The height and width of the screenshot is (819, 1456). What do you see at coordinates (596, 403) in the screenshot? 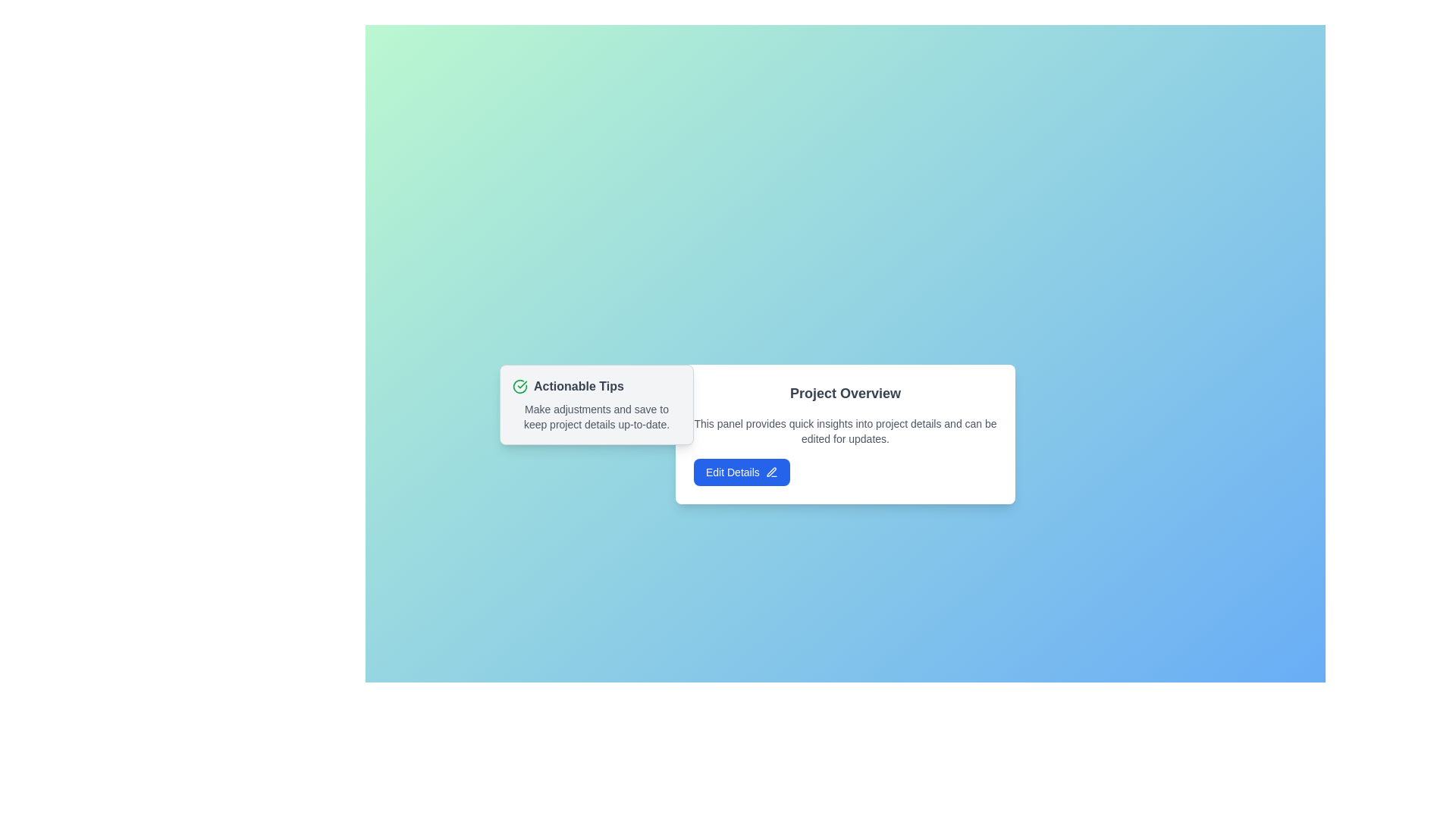
I see `contents of the light gray notification panel that contains a green circular icon with a checkmark and the text 'Actionable Tips'` at bounding box center [596, 403].